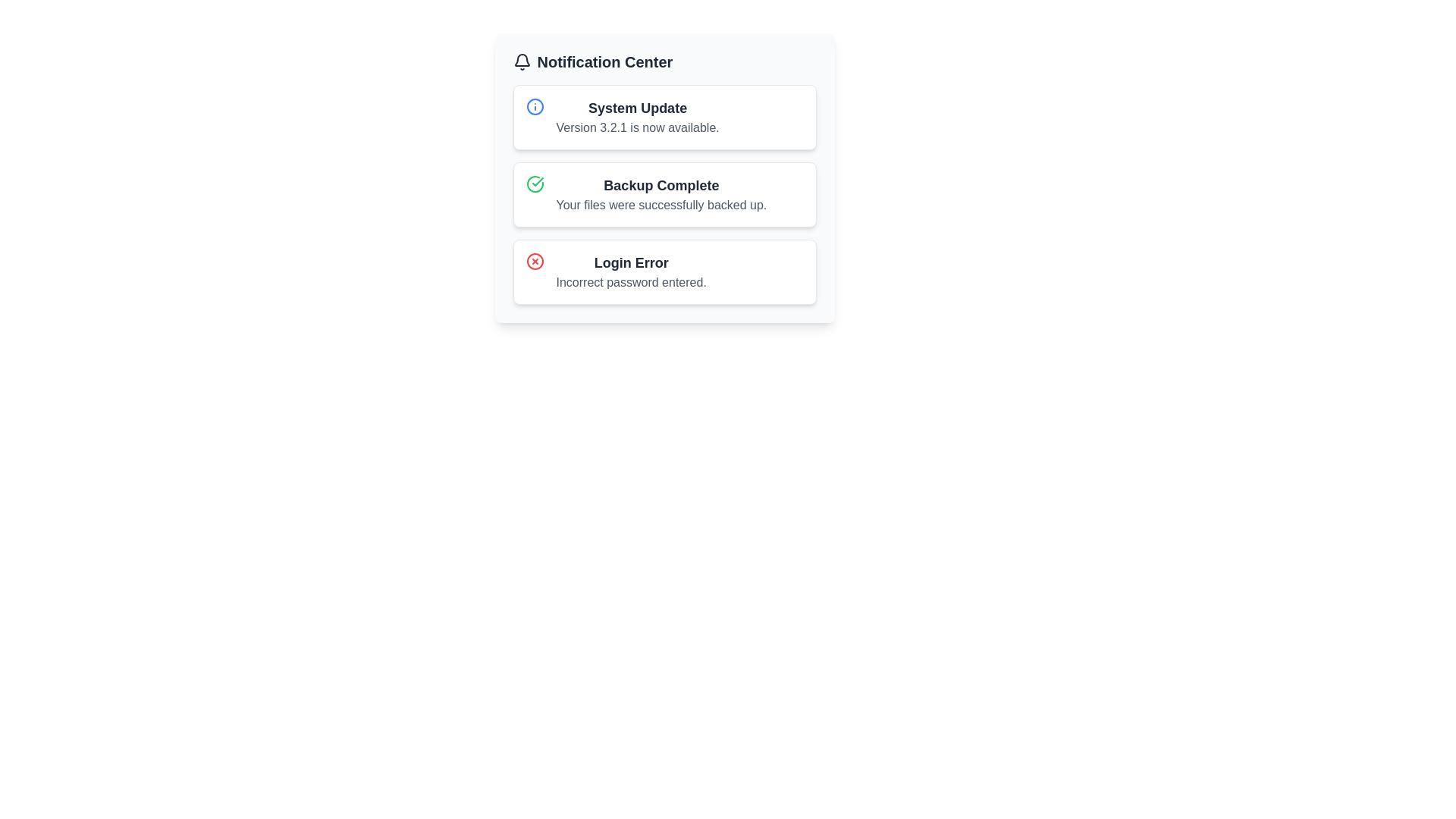 This screenshot has width=1456, height=819. What do you see at coordinates (664, 194) in the screenshot?
I see `notification text from the Notification card indicating that a backup operation has successfully completed, which is the second notification in the Notification Center section` at bounding box center [664, 194].